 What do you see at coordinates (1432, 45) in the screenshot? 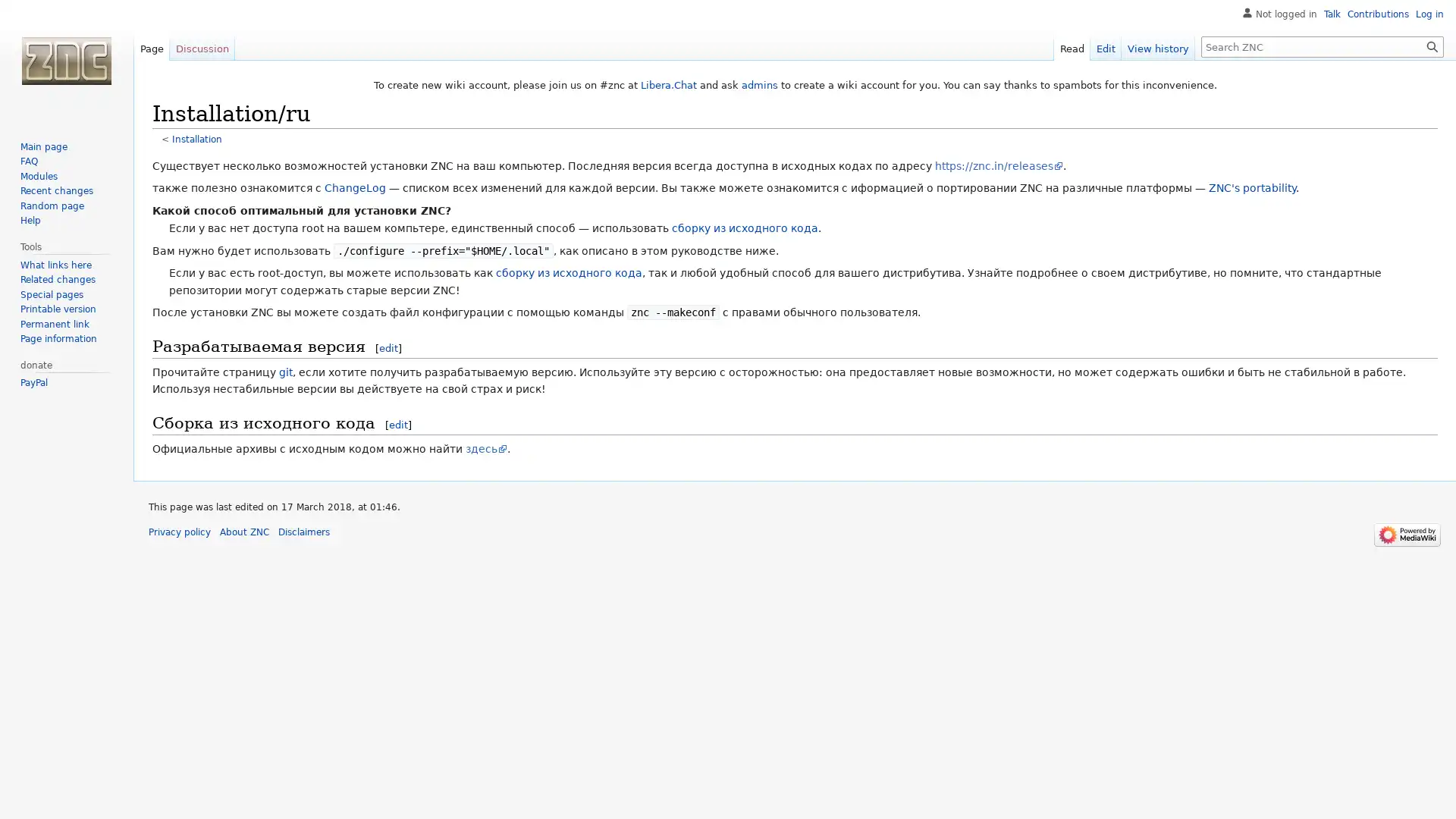
I see `Search` at bounding box center [1432, 45].